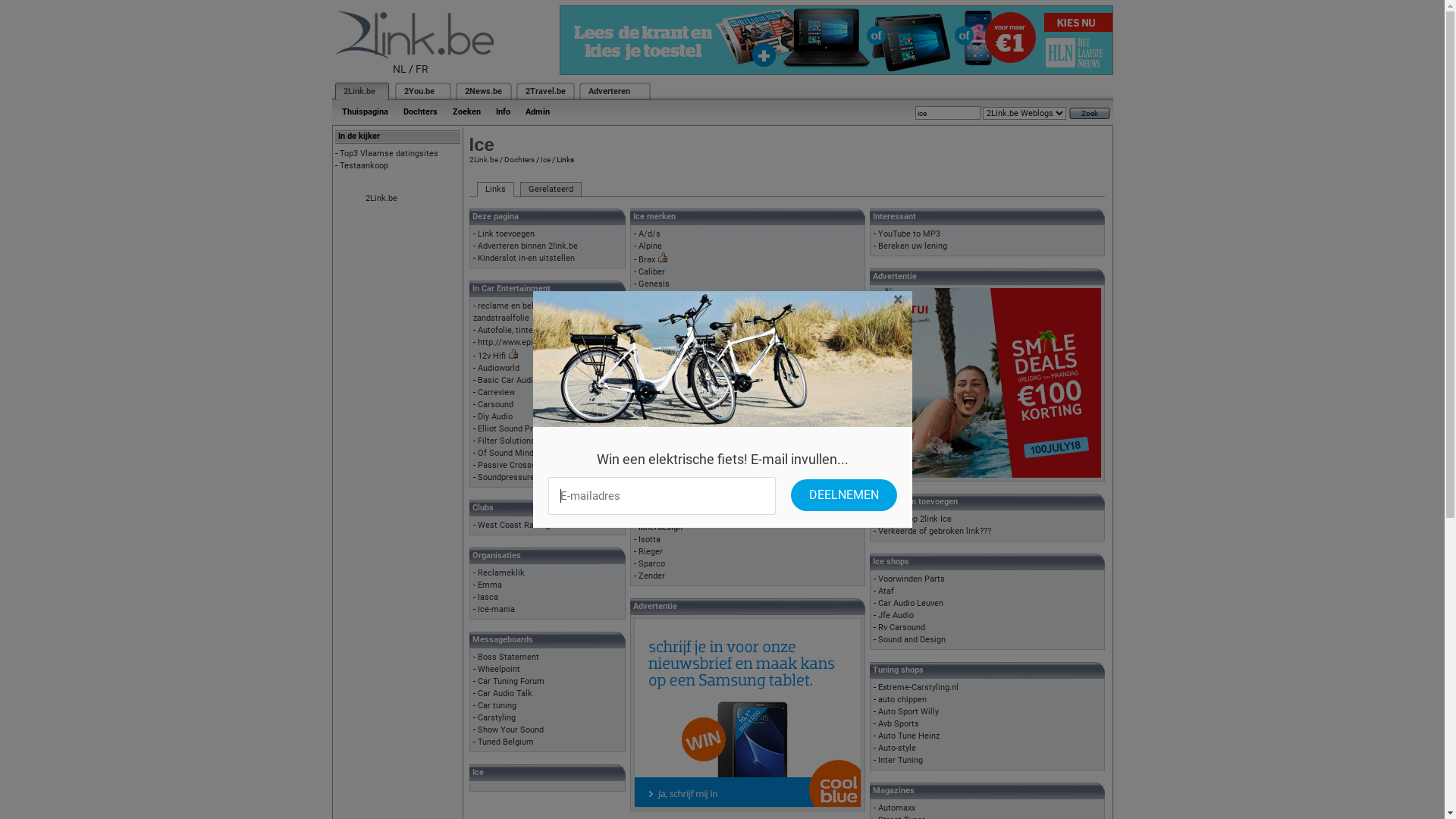 The width and height of the screenshot is (1456, 819). I want to click on 'Inter Tuning', so click(900, 760).